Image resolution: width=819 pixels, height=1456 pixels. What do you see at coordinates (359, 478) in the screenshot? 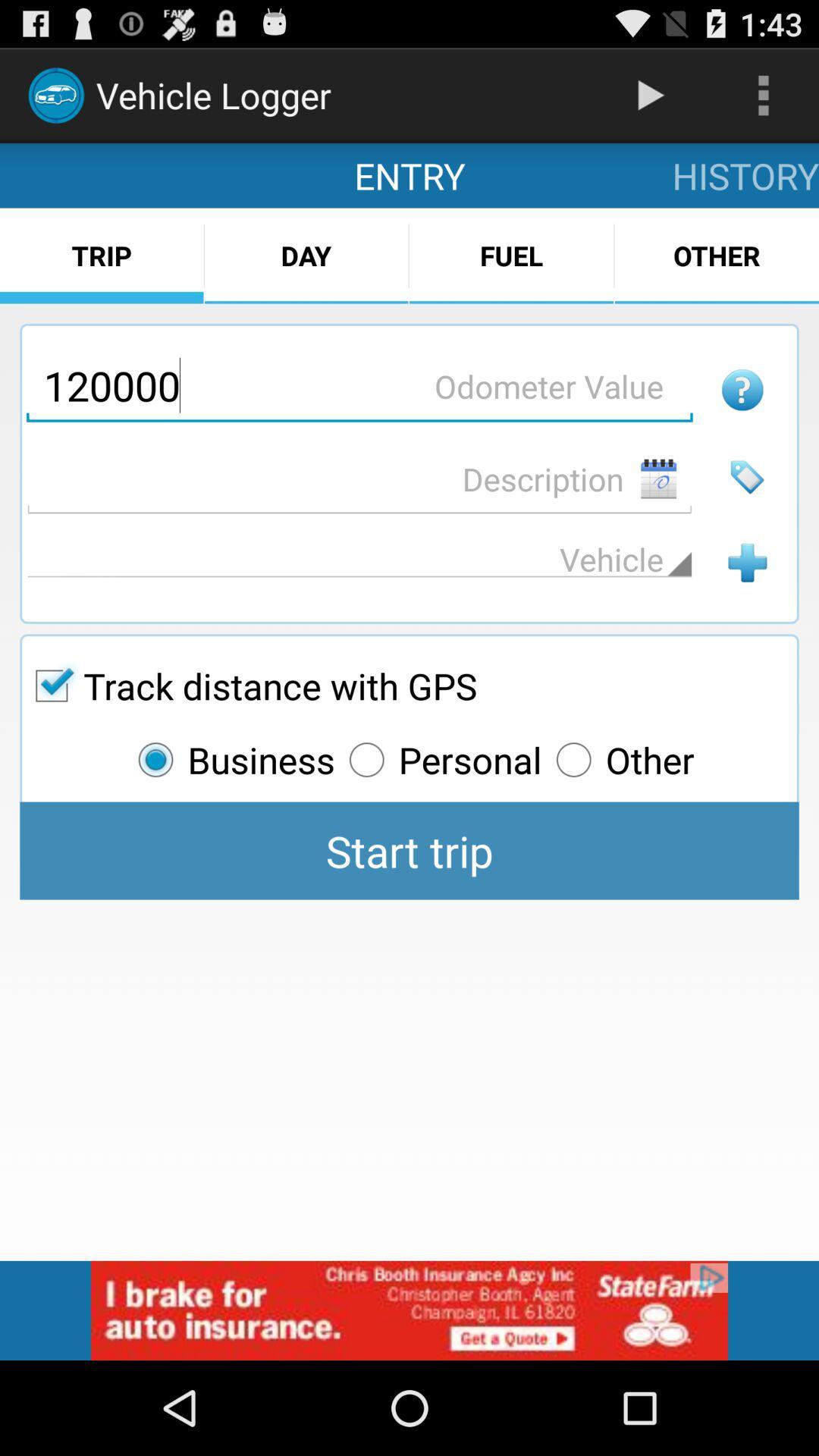
I see `description` at bounding box center [359, 478].